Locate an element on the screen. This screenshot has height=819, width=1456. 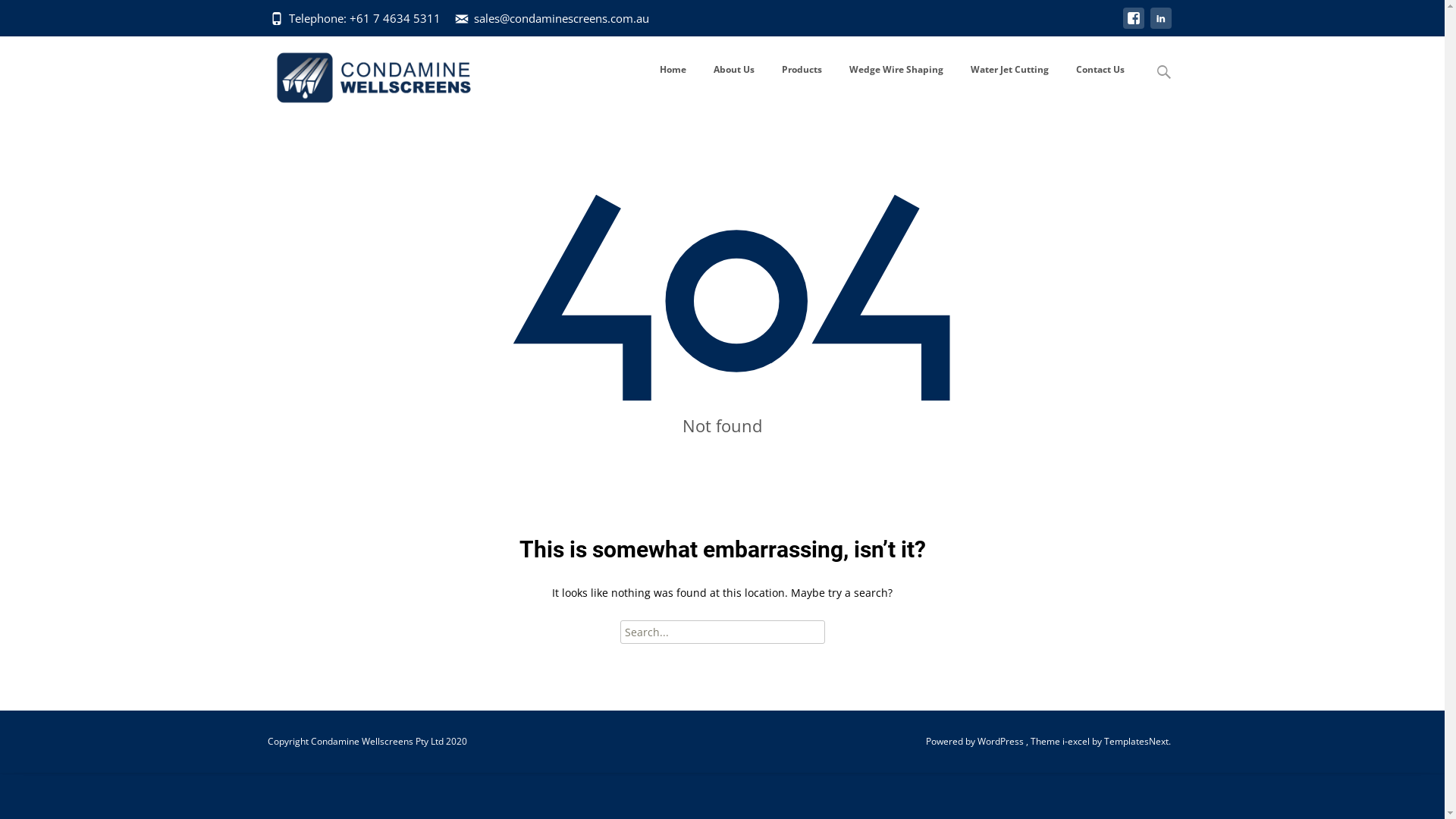
'linkedin' is located at coordinates (1159, 25).